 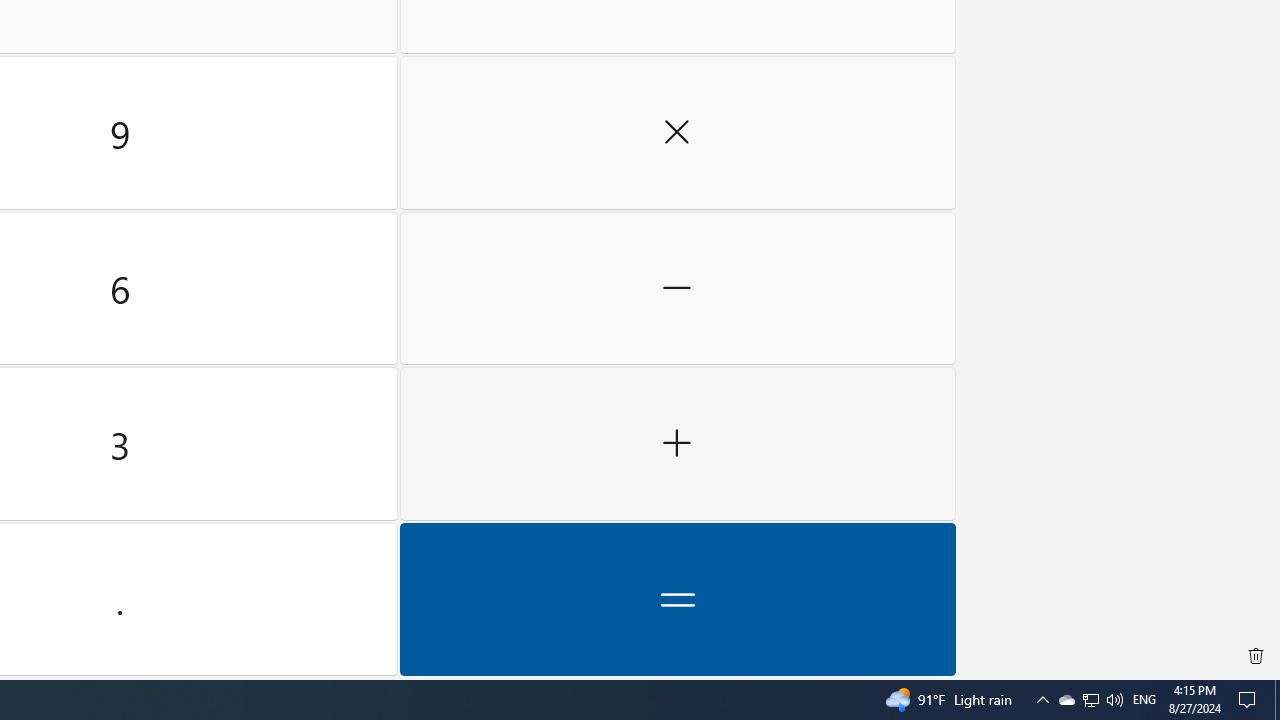 What do you see at coordinates (1255, 655) in the screenshot?
I see `'Clear all history'` at bounding box center [1255, 655].